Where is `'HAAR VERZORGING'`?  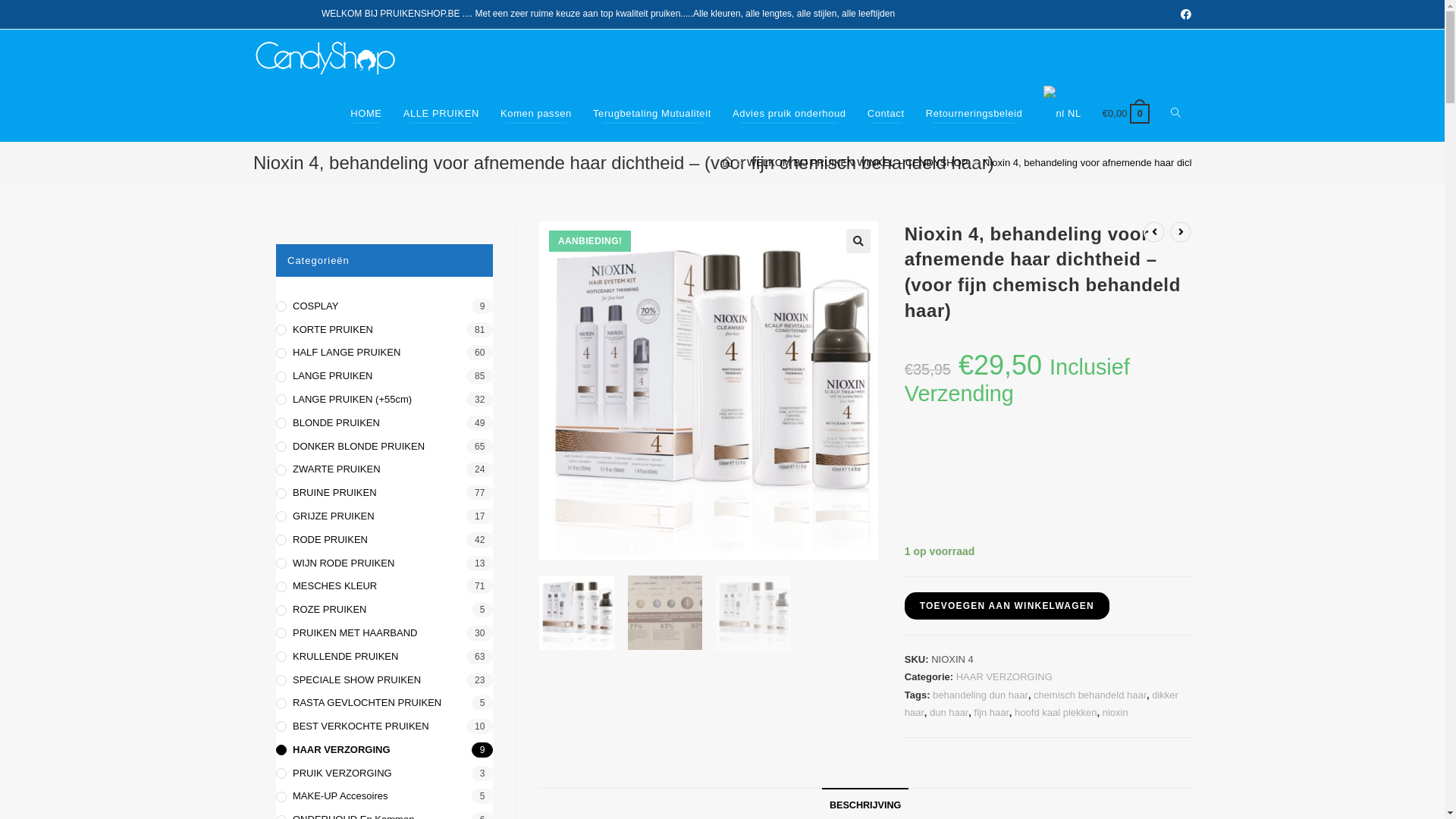
'HAAR VERZORGING' is located at coordinates (384, 749).